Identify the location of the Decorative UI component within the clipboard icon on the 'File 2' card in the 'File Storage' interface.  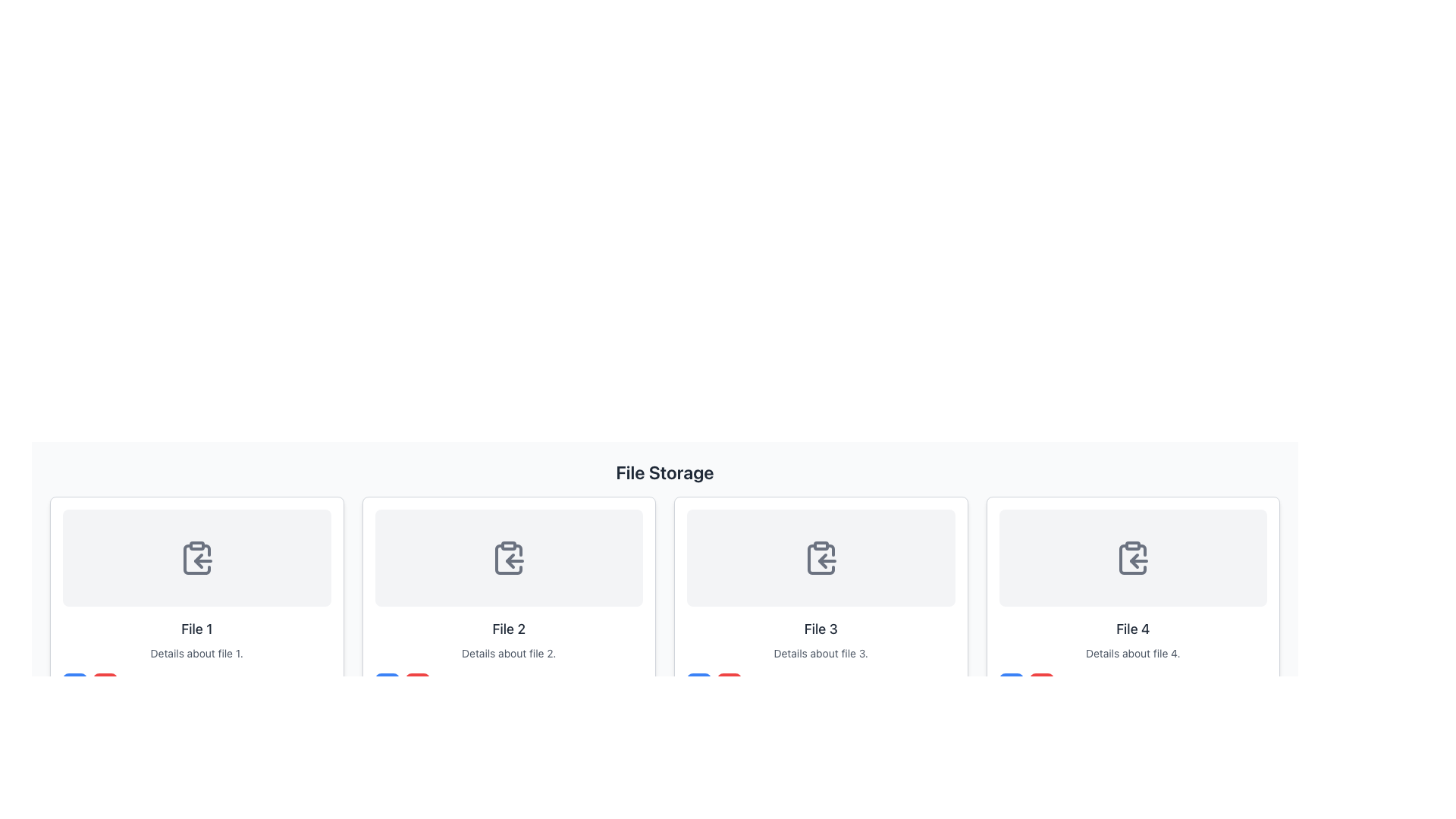
(509, 546).